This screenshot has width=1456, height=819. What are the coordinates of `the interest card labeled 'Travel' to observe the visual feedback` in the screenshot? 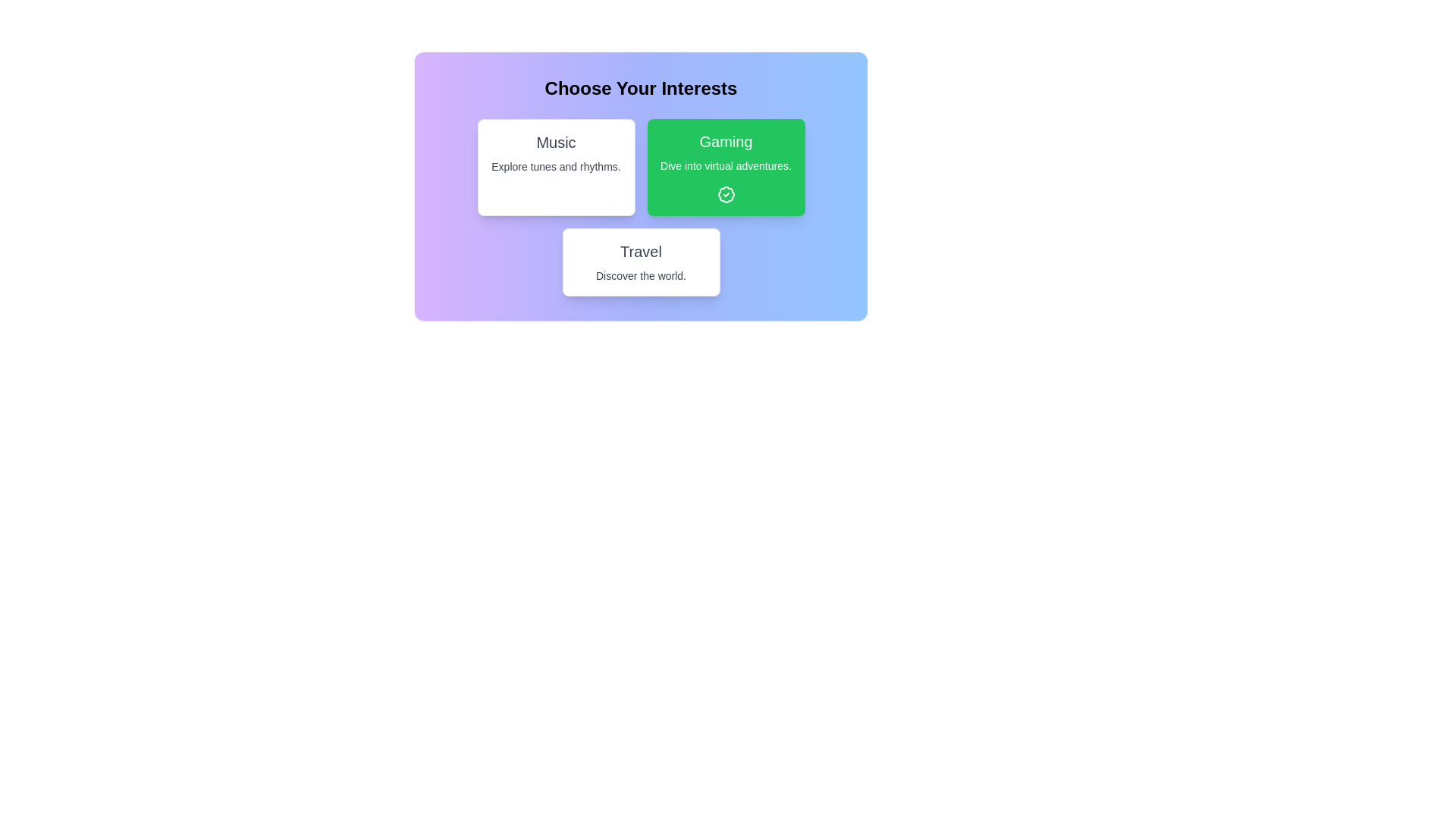 It's located at (641, 262).